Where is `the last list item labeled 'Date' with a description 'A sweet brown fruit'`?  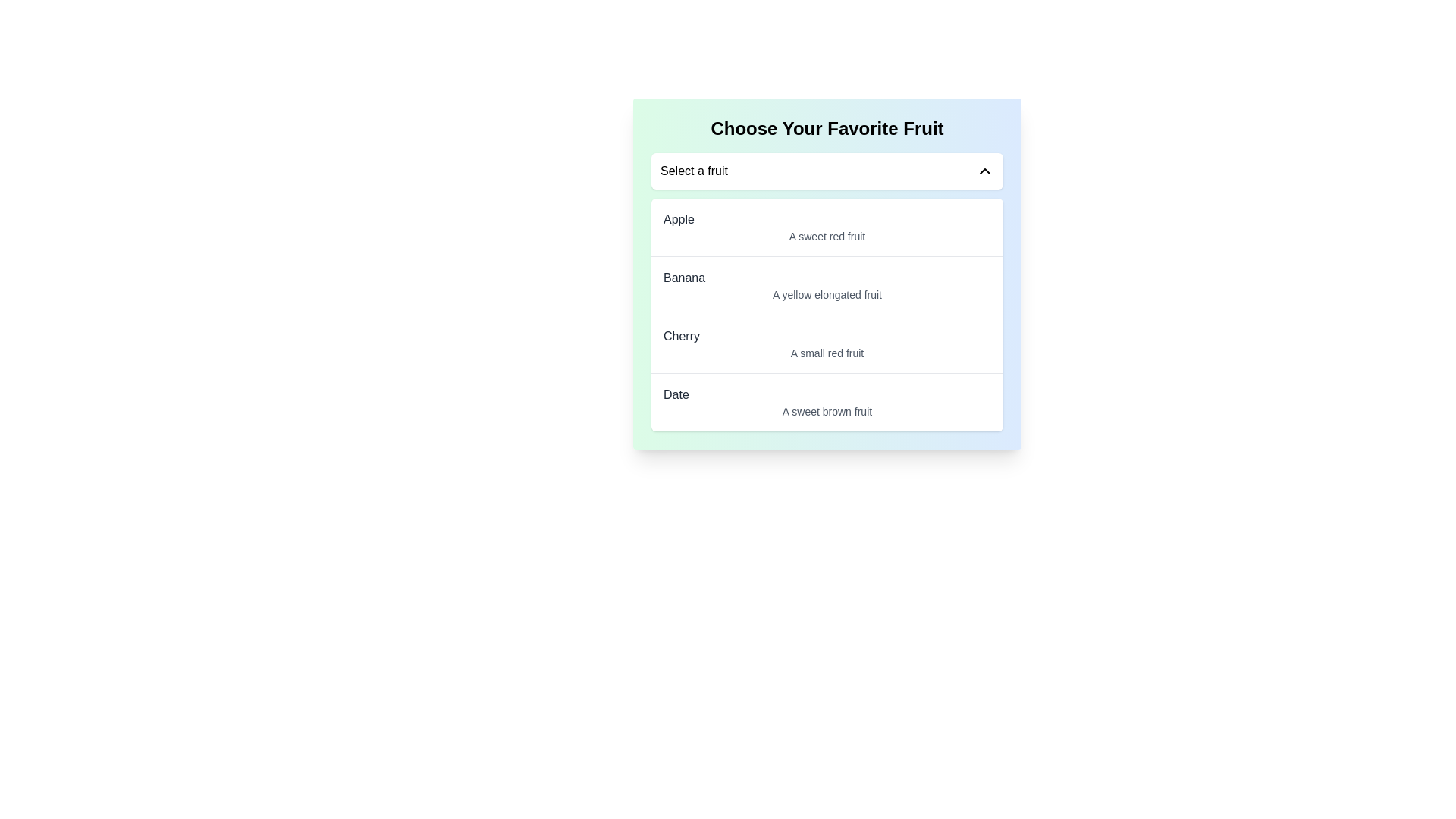
the last list item labeled 'Date' with a description 'A sweet brown fruit' is located at coordinates (826, 400).